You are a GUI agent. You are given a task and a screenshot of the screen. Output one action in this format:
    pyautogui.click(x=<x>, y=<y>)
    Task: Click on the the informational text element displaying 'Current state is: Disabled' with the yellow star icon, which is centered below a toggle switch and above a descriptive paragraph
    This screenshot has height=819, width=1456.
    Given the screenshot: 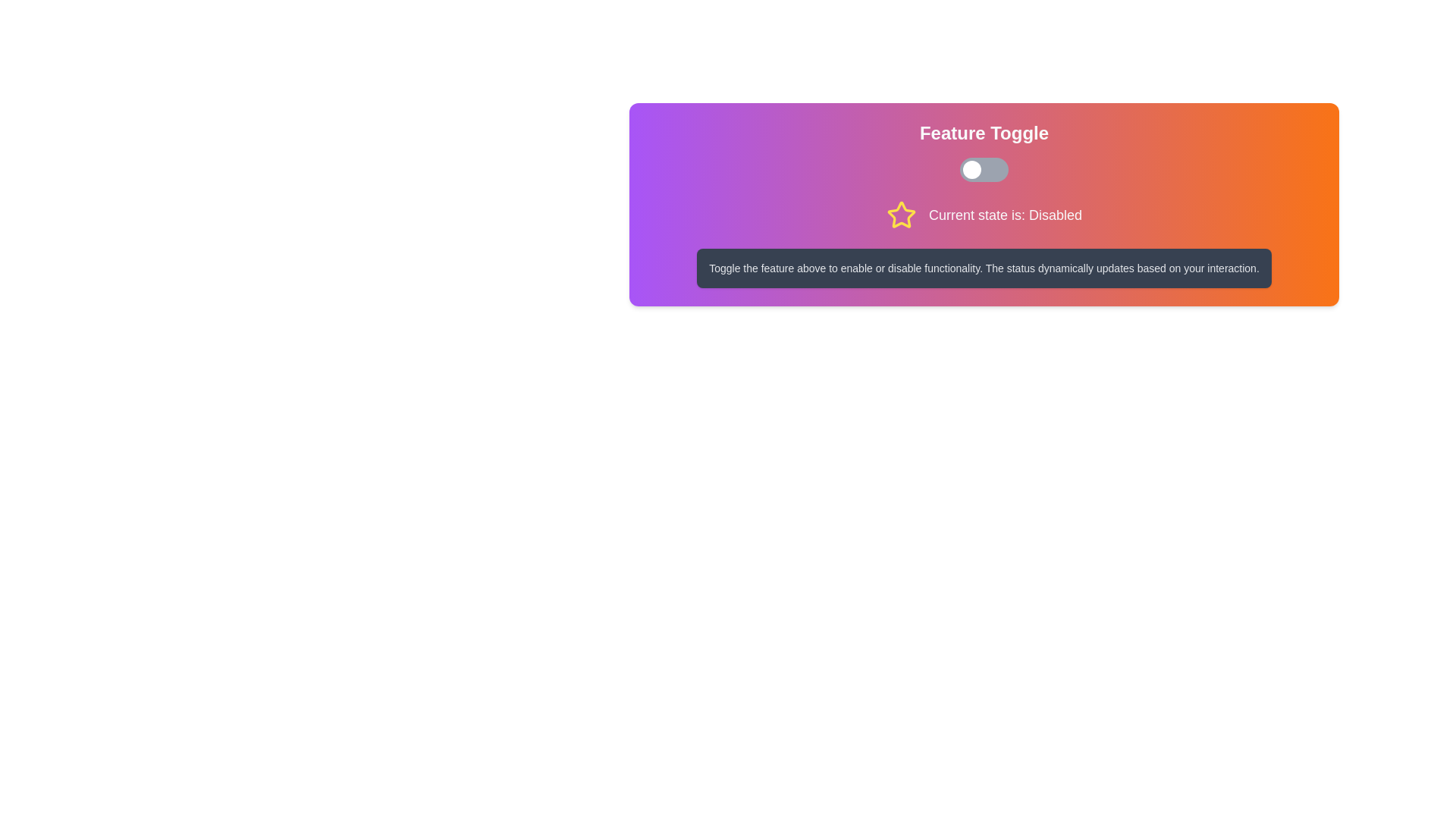 What is the action you would take?
    pyautogui.click(x=984, y=215)
    